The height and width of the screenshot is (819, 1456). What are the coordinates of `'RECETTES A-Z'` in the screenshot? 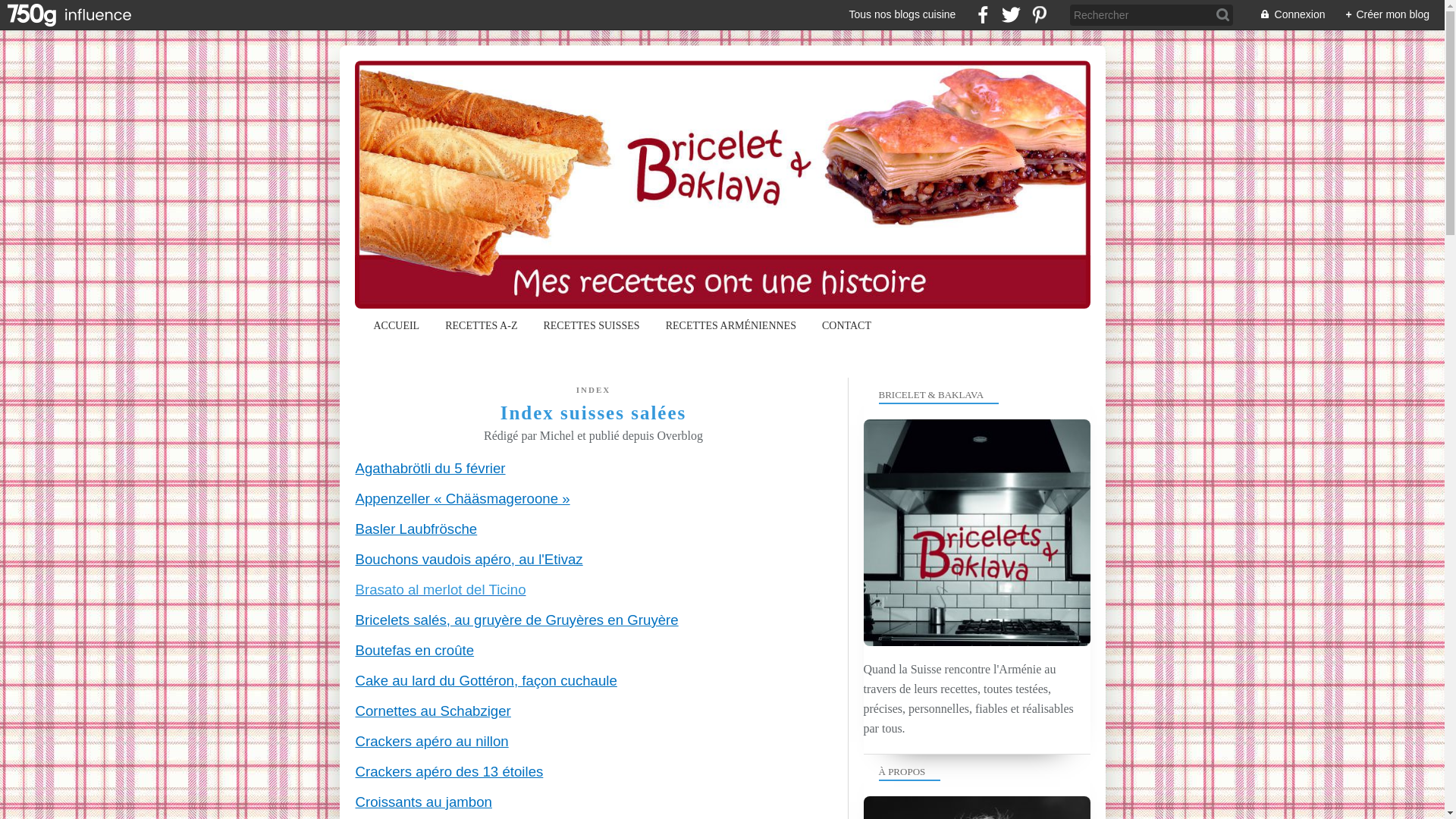 It's located at (480, 325).